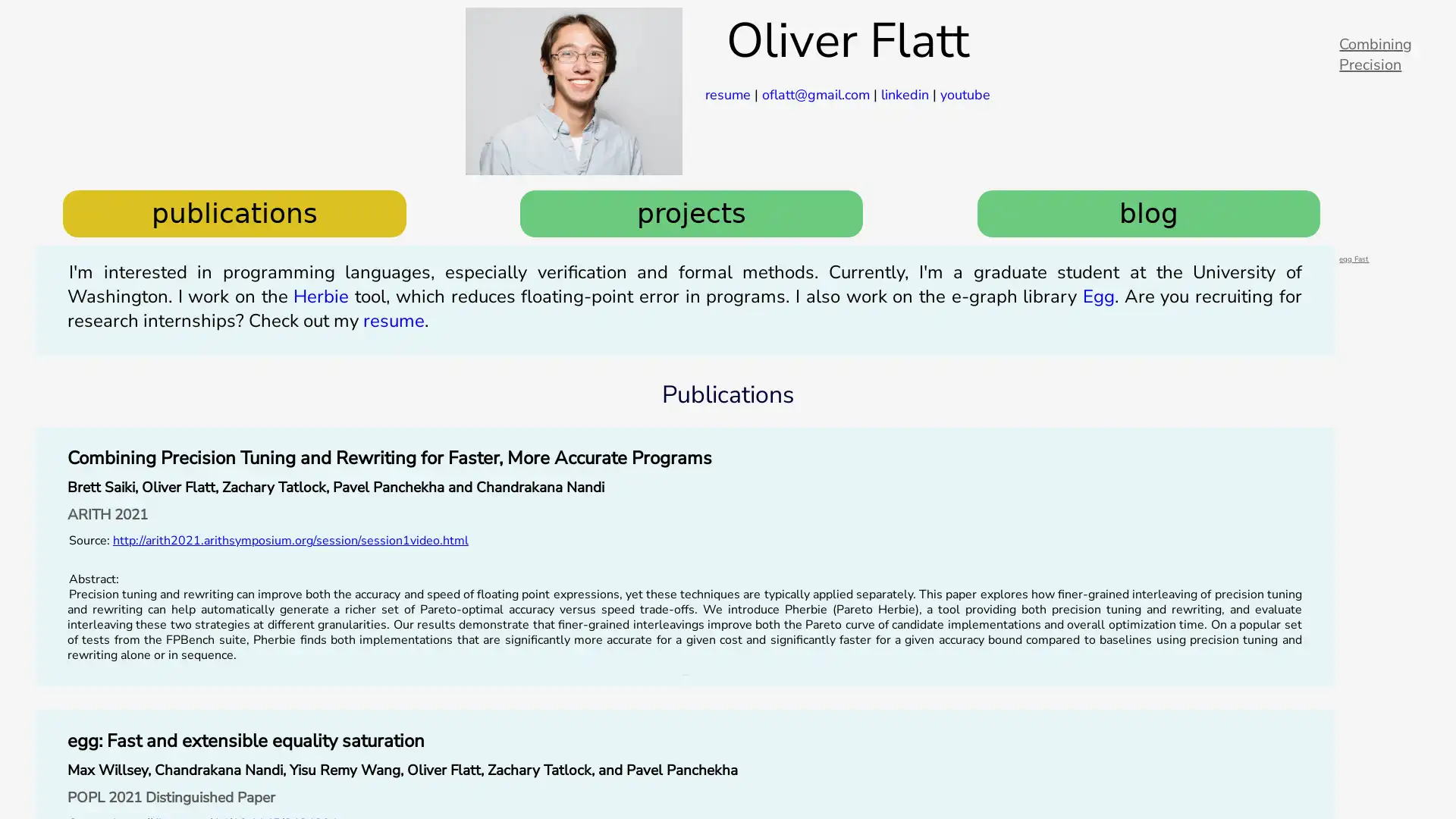 The width and height of the screenshot is (1456, 819). Describe the element at coordinates (233, 213) in the screenshot. I see `publications` at that location.